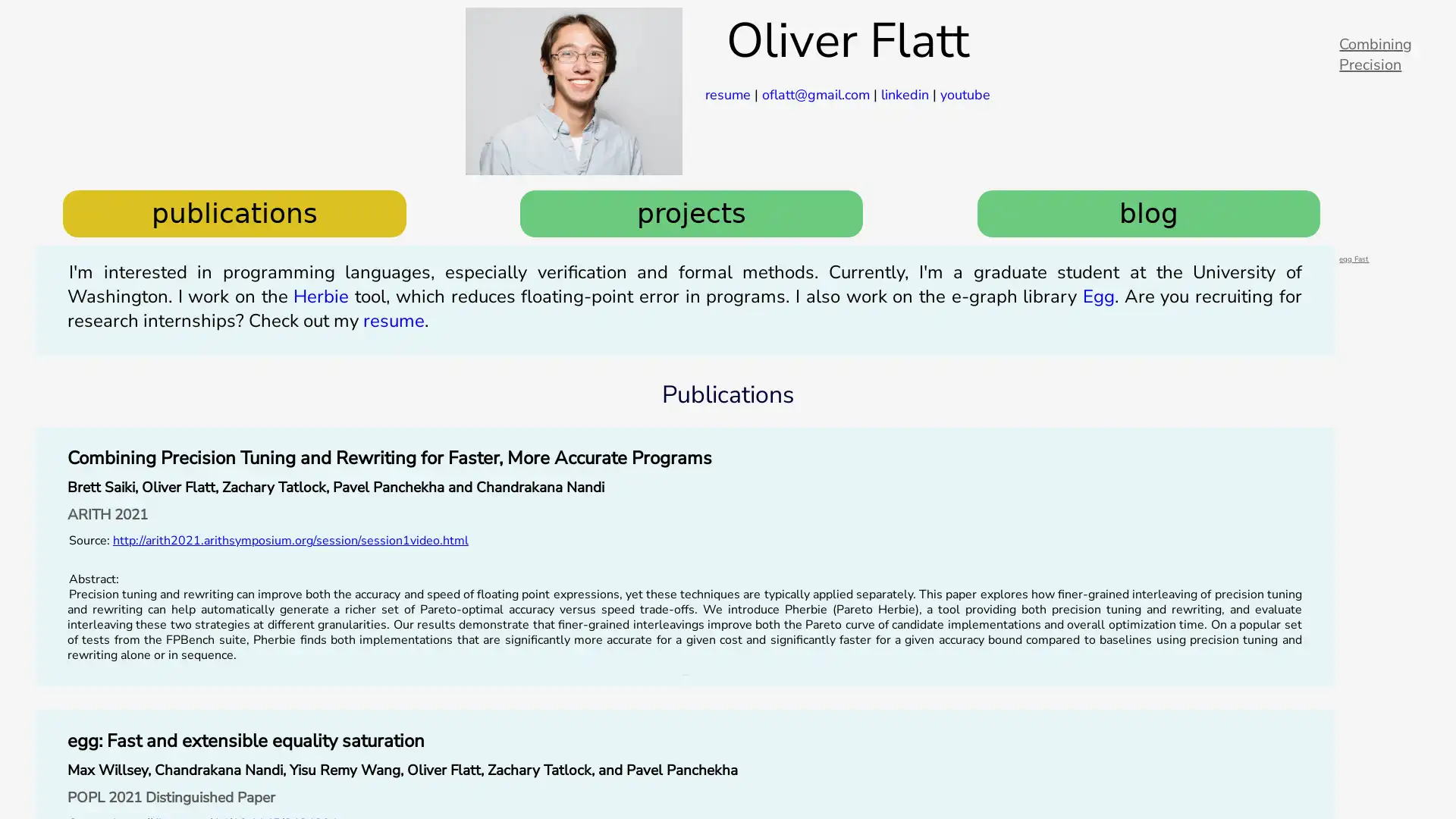 The width and height of the screenshot is (1456, 819). Describe the element at coordinates (233, 213) in the screenshot. I see `publications` at that location.